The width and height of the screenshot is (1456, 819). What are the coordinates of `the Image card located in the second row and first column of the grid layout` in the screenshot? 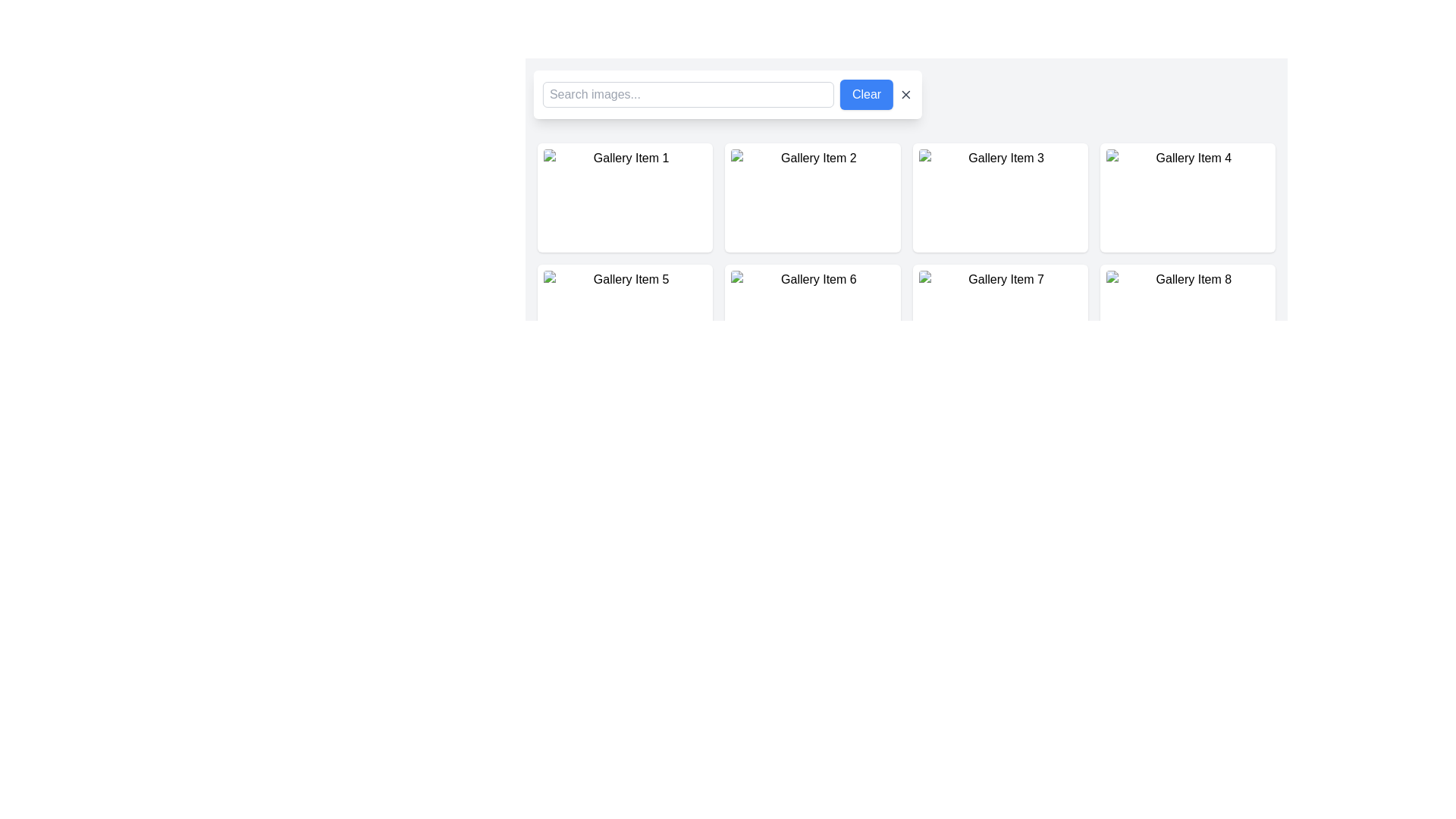 It's located at (625, 318).